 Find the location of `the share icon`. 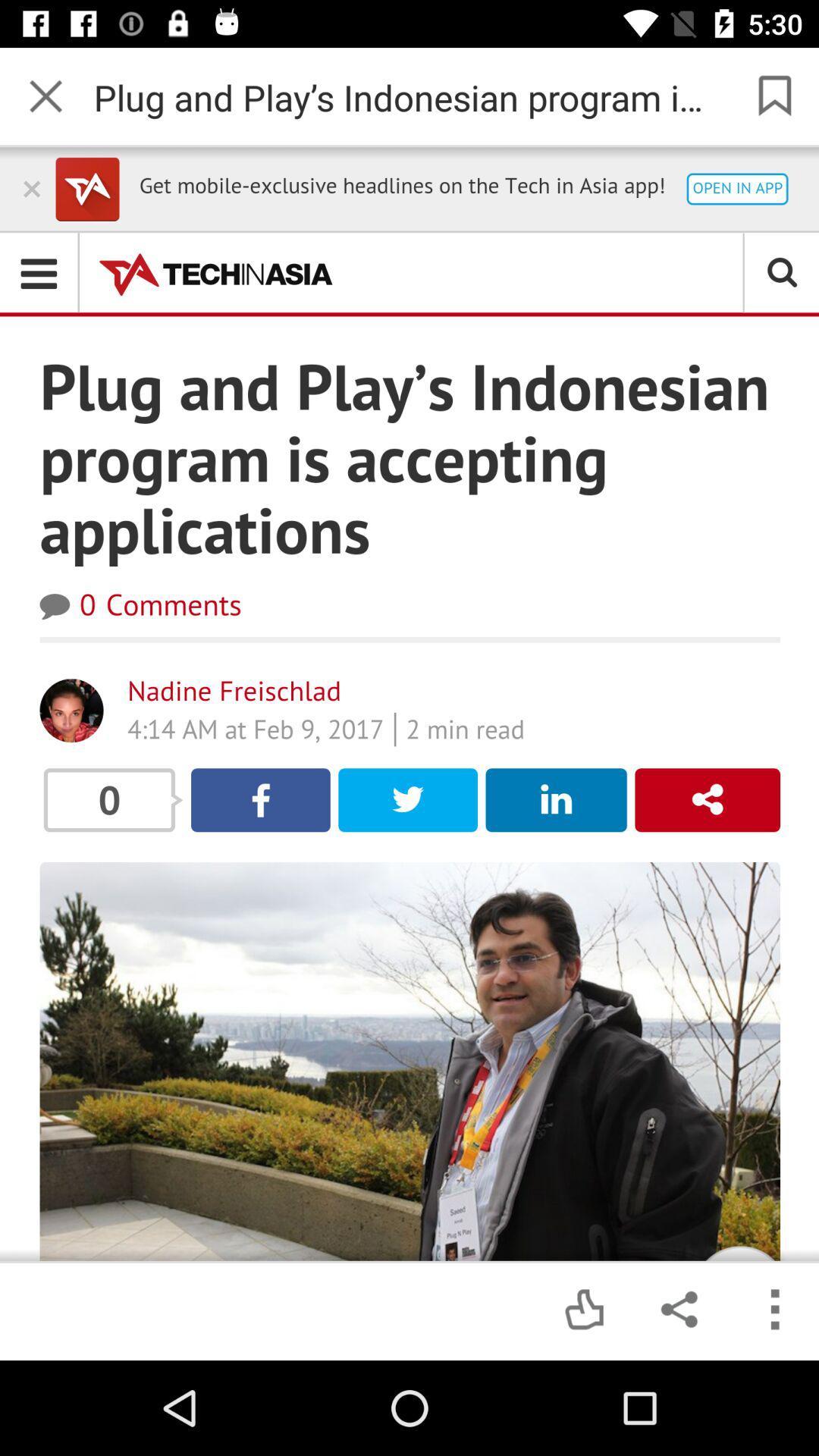

the share icon is located at coordinates (677, 1310).